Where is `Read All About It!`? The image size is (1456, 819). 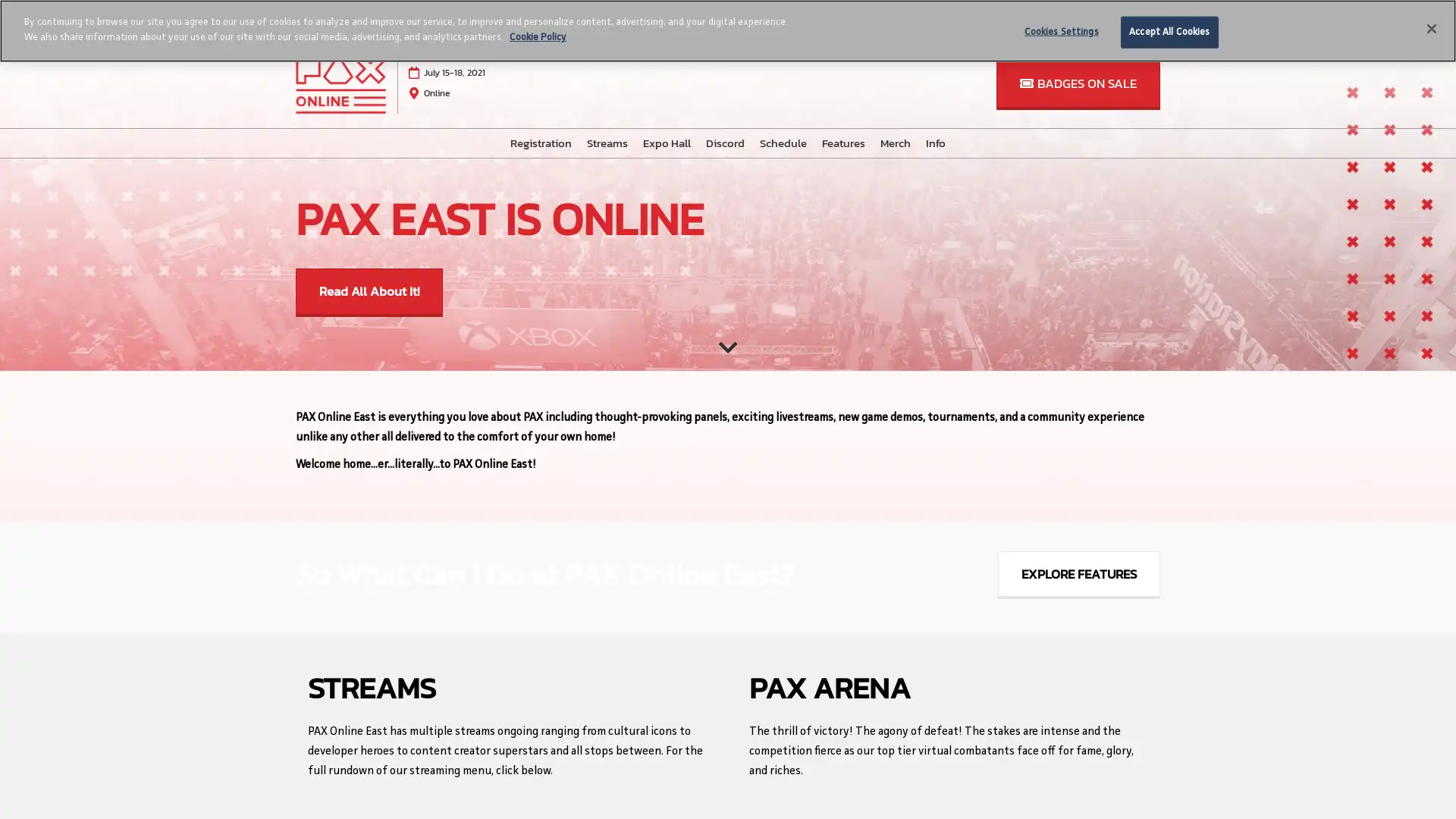
Read All About It! is located at coordinates (369, 292).